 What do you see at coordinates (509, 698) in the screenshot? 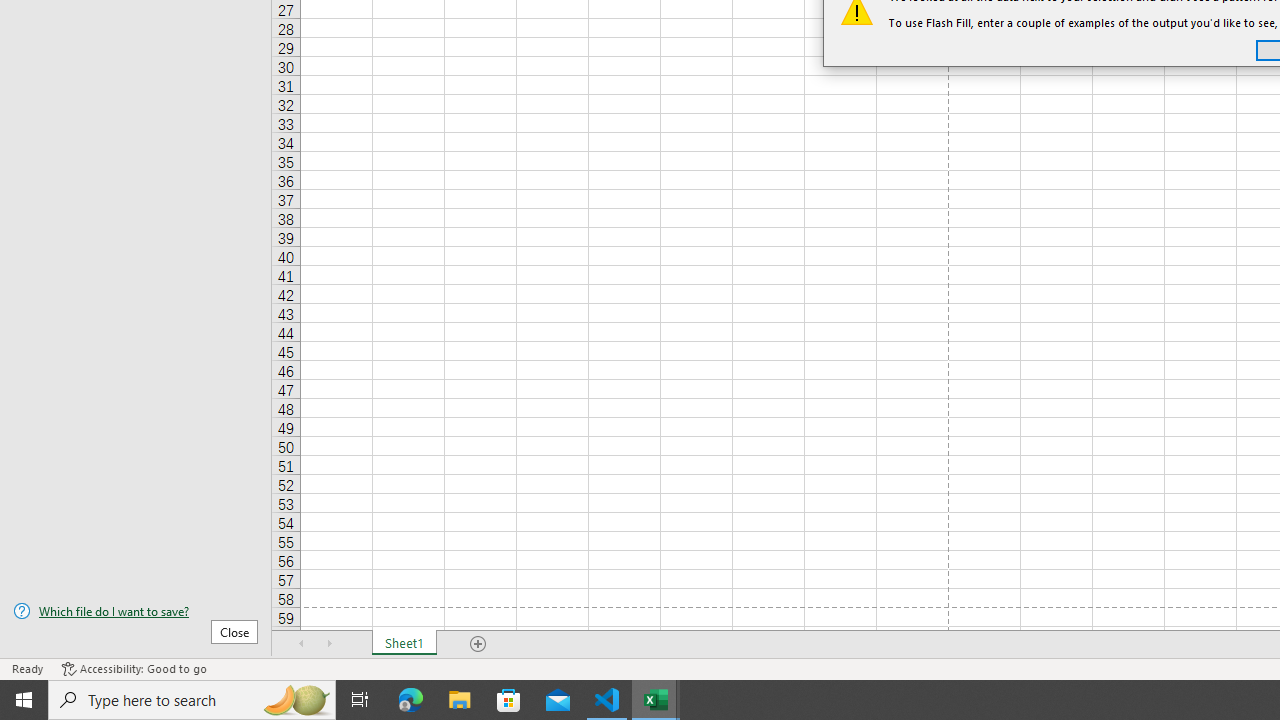
I see `'Microsoft Store'` at bounding box center [509, 698].